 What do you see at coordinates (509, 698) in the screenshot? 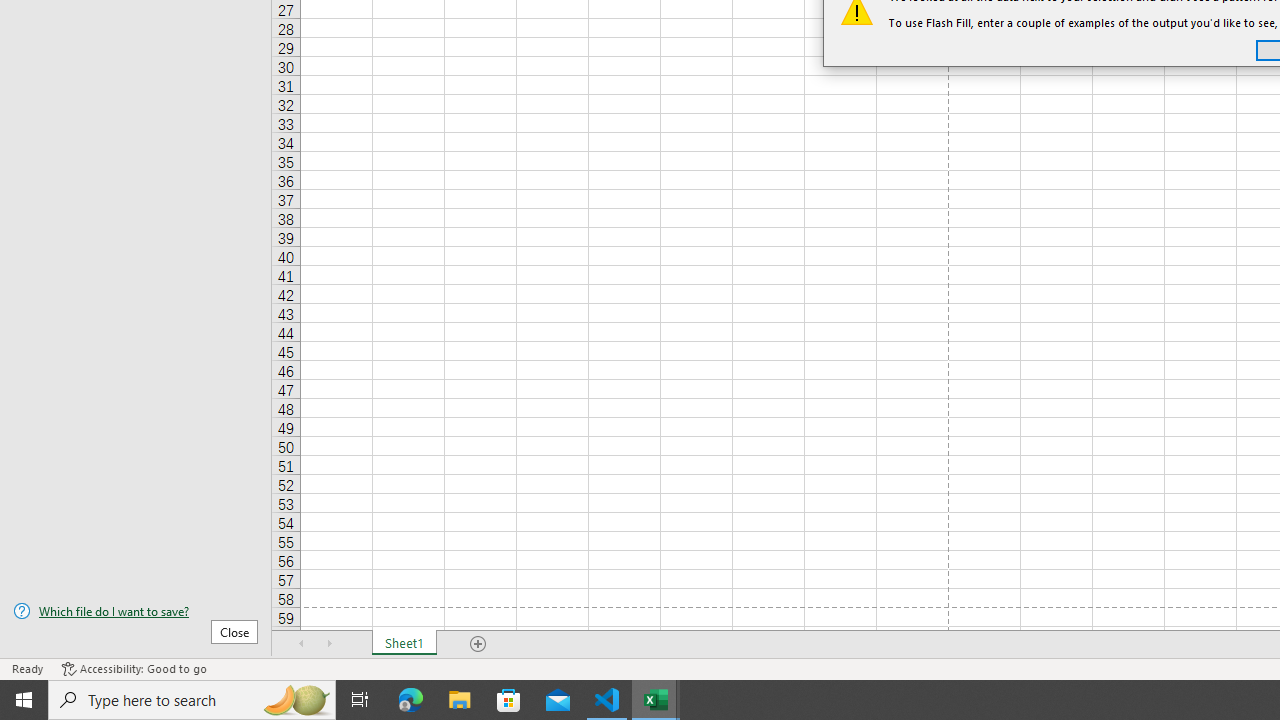
I see `'Microsoft Store'` at bounding box center [509, 698].